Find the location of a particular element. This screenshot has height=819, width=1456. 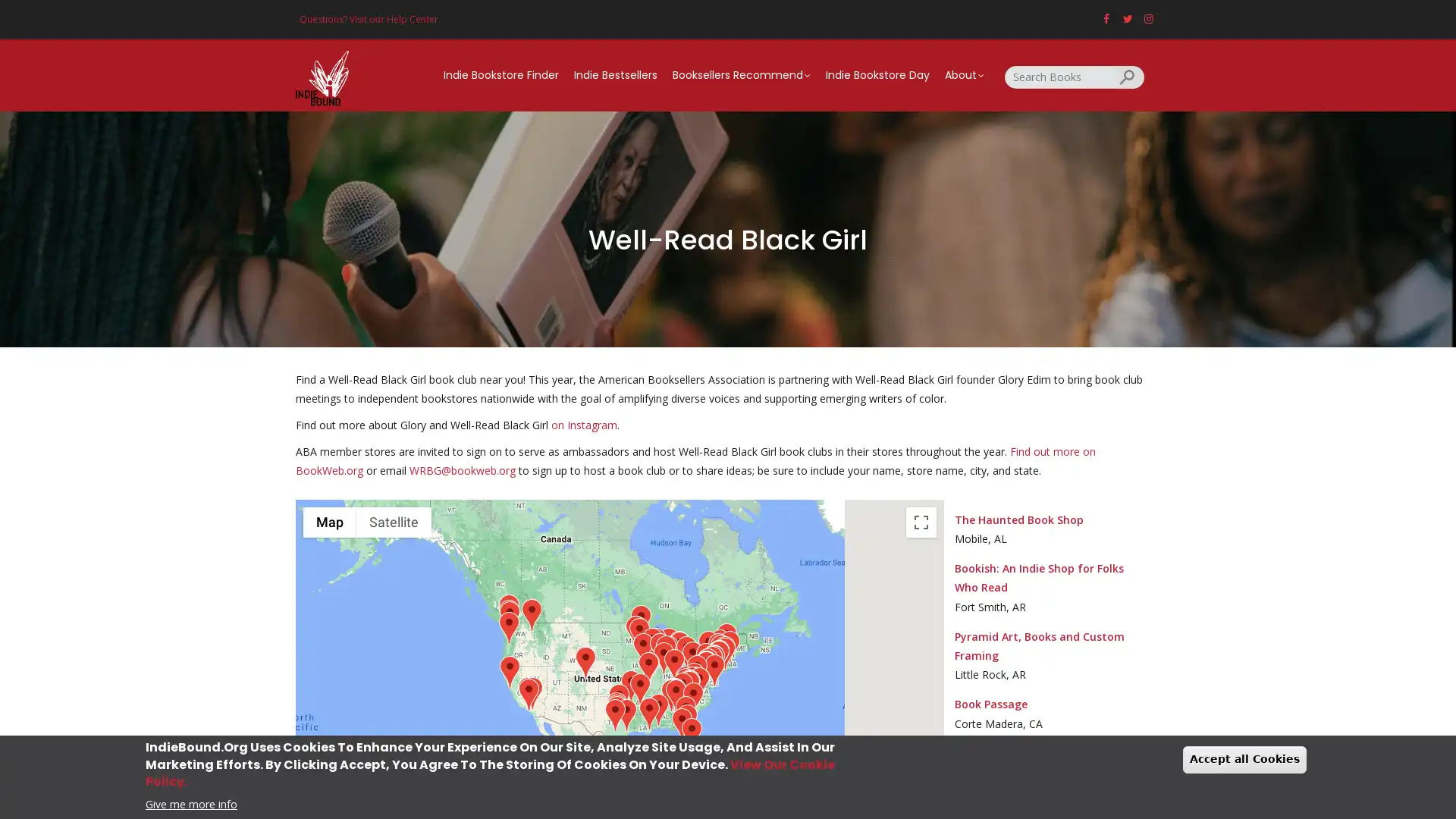

Kindred Stories is located at coordinates (626, 714).